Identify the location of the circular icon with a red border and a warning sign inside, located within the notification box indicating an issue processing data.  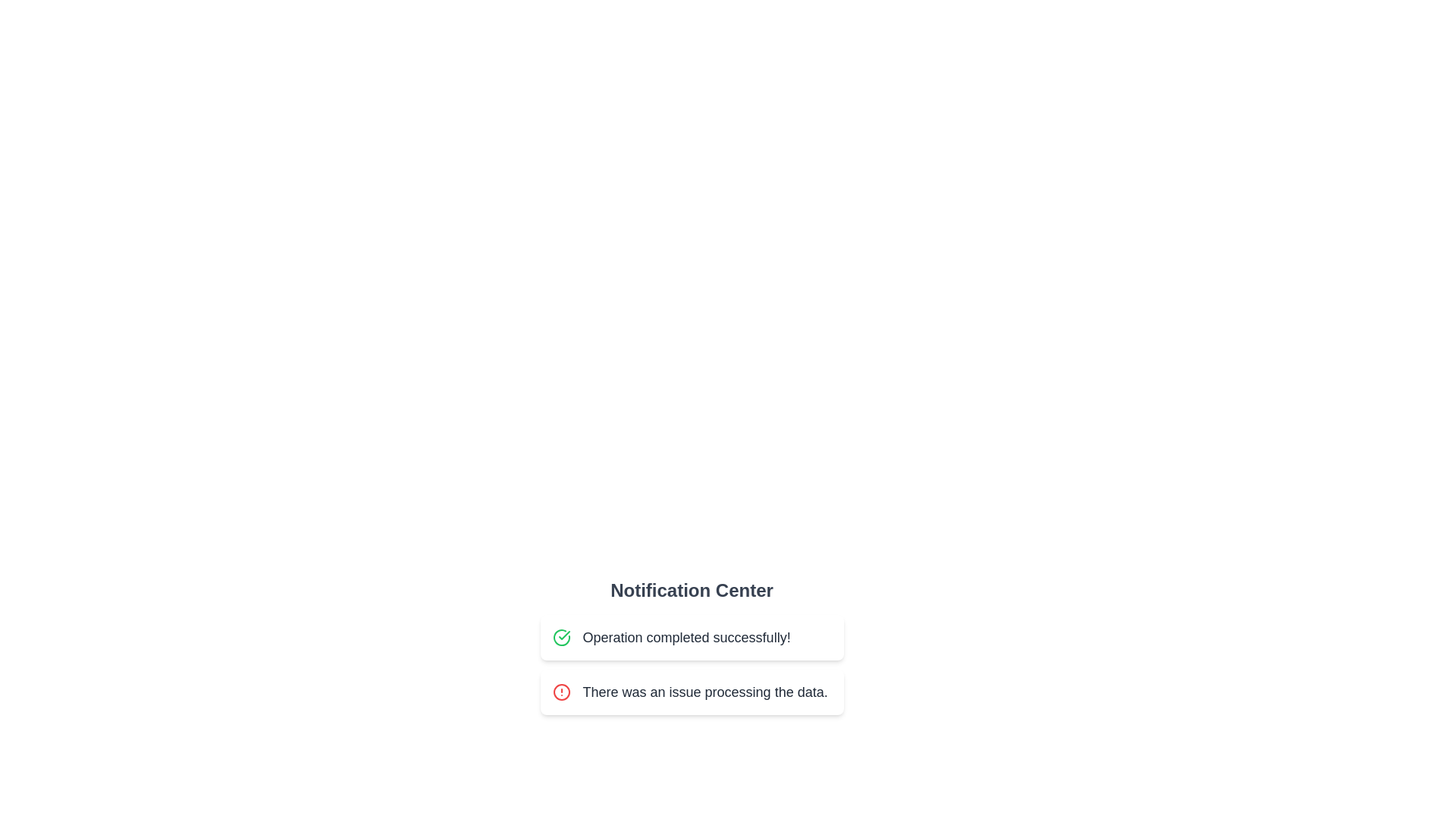
(560, 692).